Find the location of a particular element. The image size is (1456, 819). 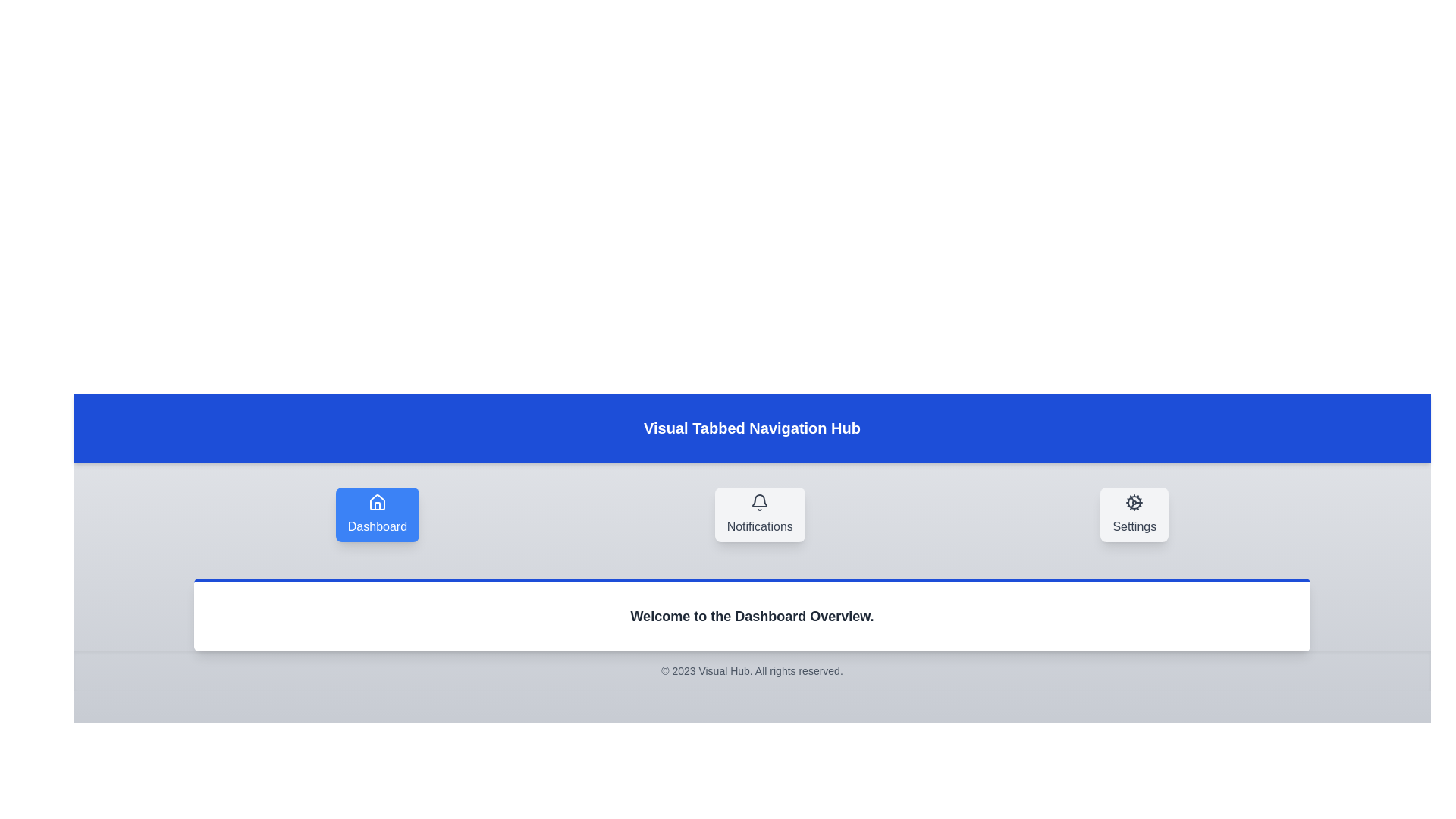

the third button from the left in the horizontal row of buttons is located at coordinates (1134, 513).